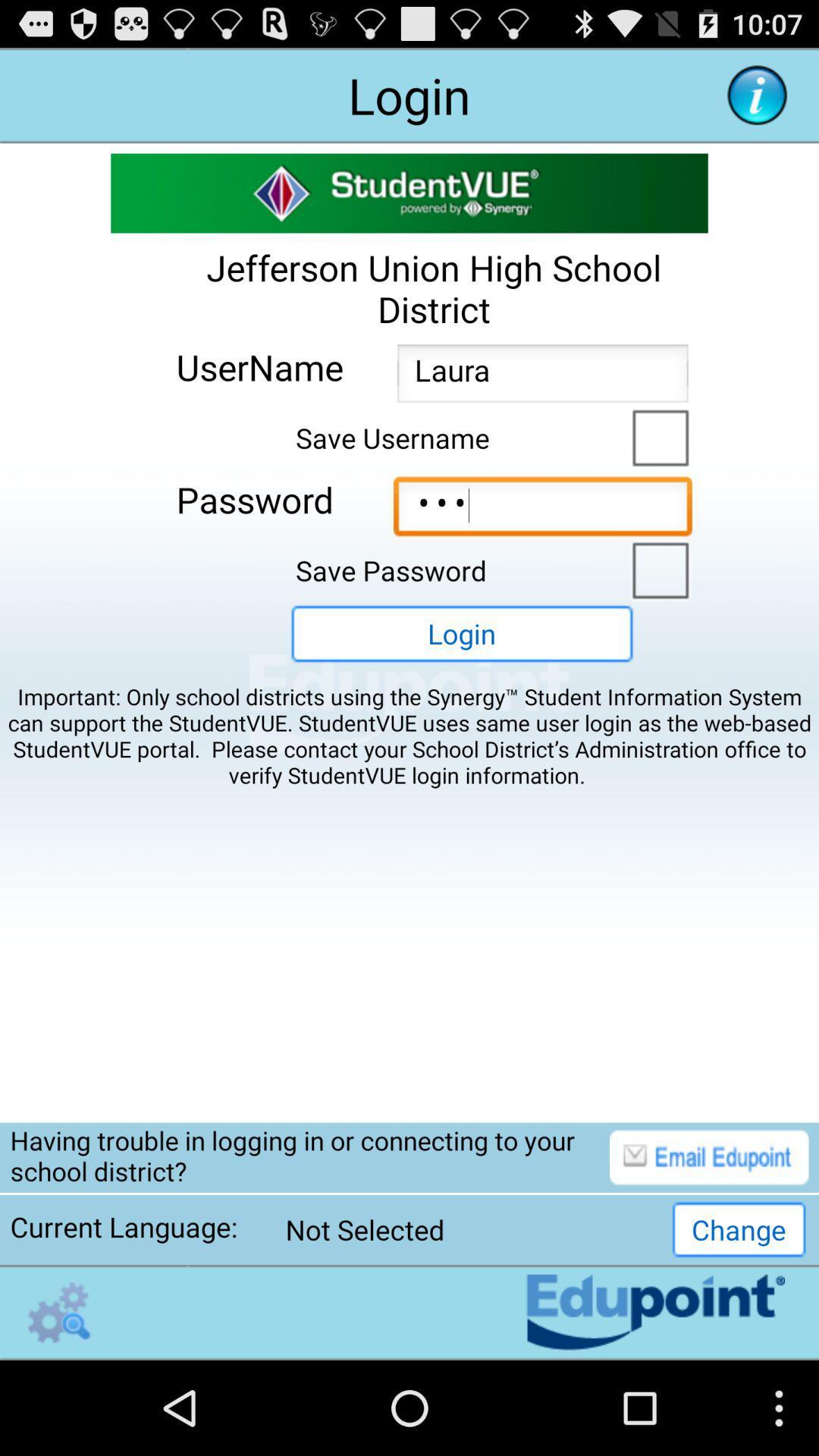  Describe the element at coordinates (757, 94) in the screenshot. I see `see more information` at that location.